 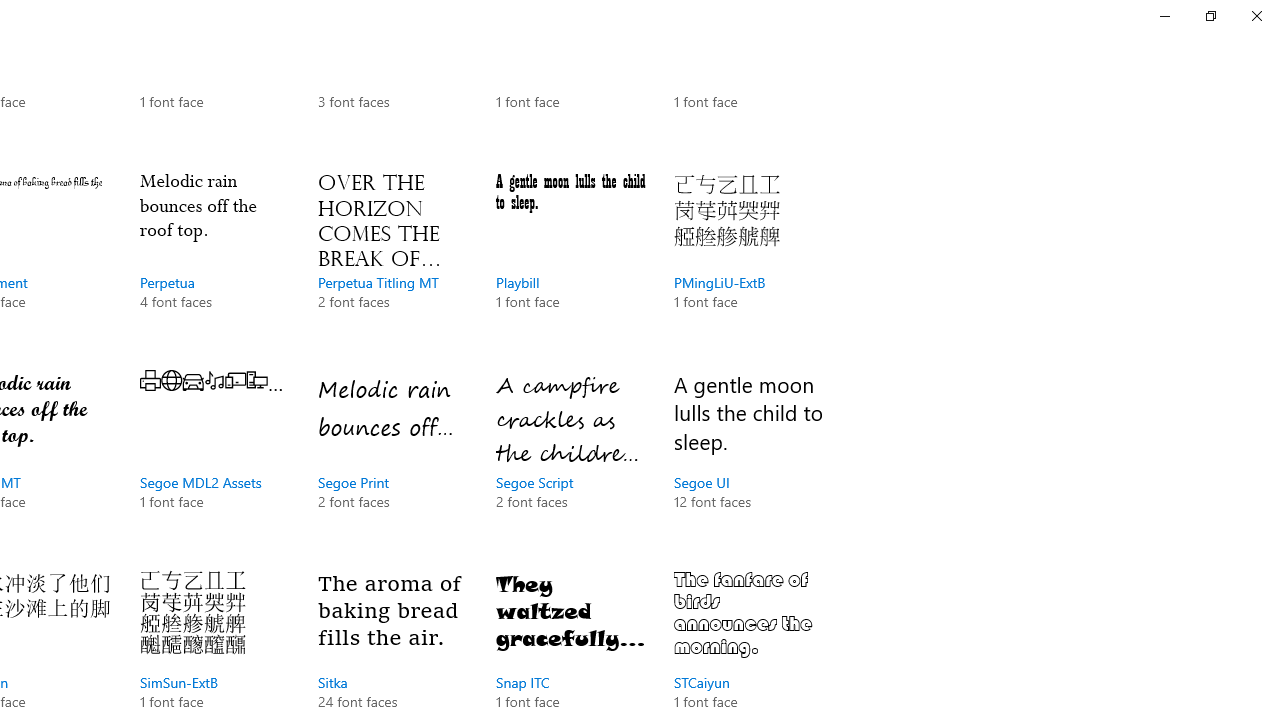 I want to click on 'Segoe MDL2 Assets, 1 font face', so click(x=215, y=460).